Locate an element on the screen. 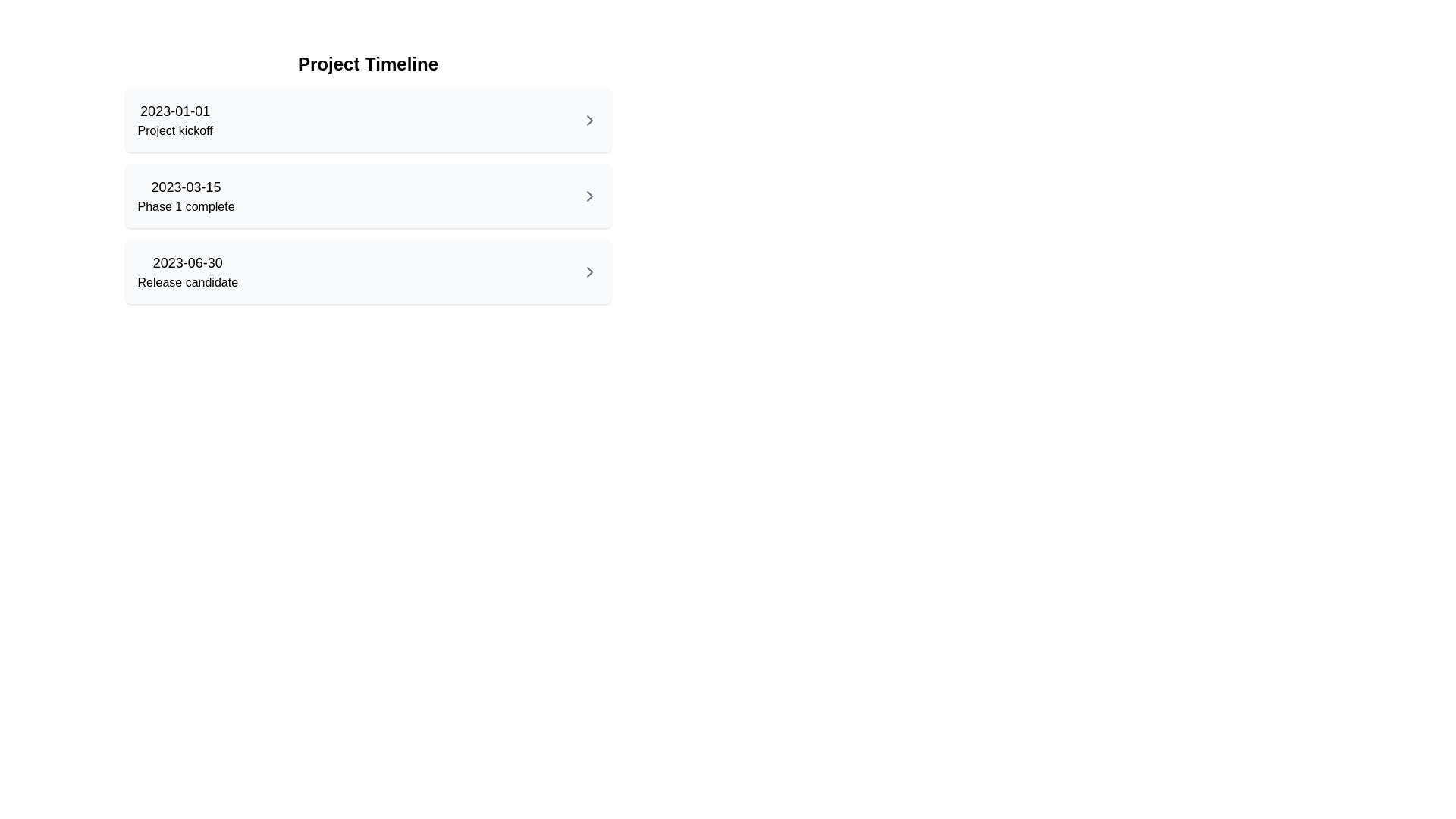  the text block displaying the date '2023-01-01' and the text 'Project kickoff', which is the first element under the title 'Project Timeline' is located at coordinates (175, 119).